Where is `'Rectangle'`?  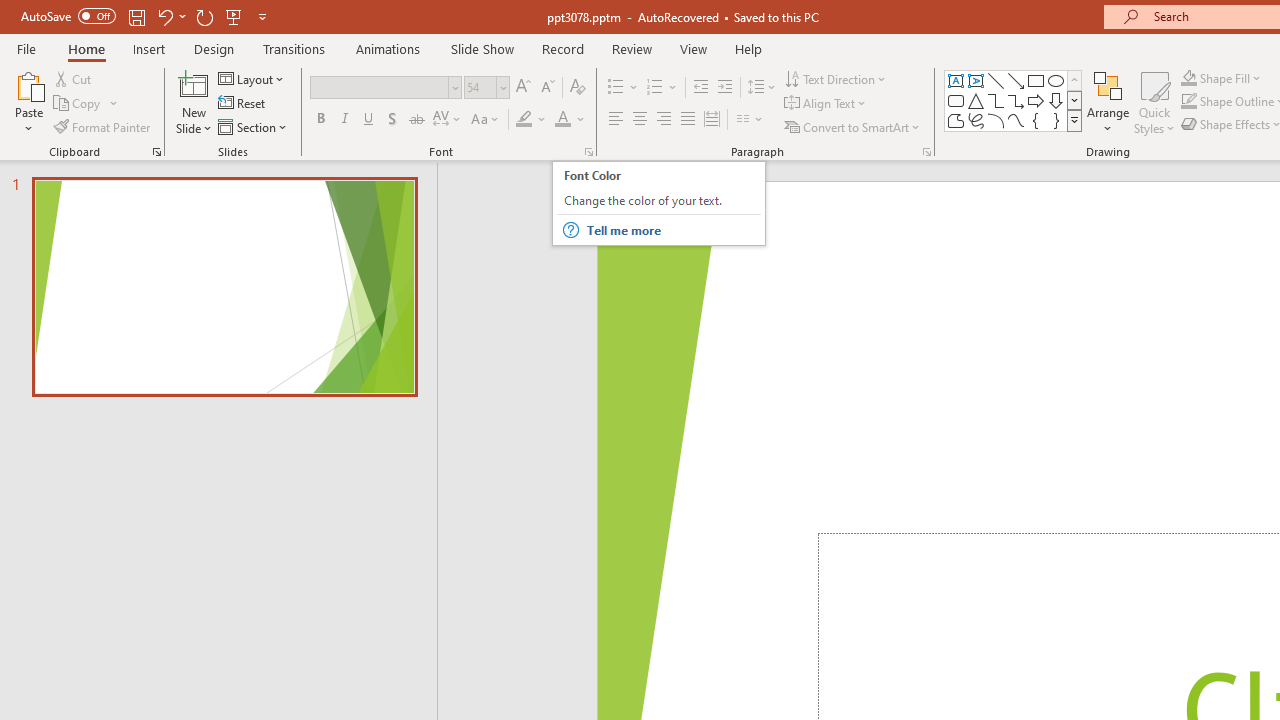 'Rectangle' is located at coordinates (1036, 80).